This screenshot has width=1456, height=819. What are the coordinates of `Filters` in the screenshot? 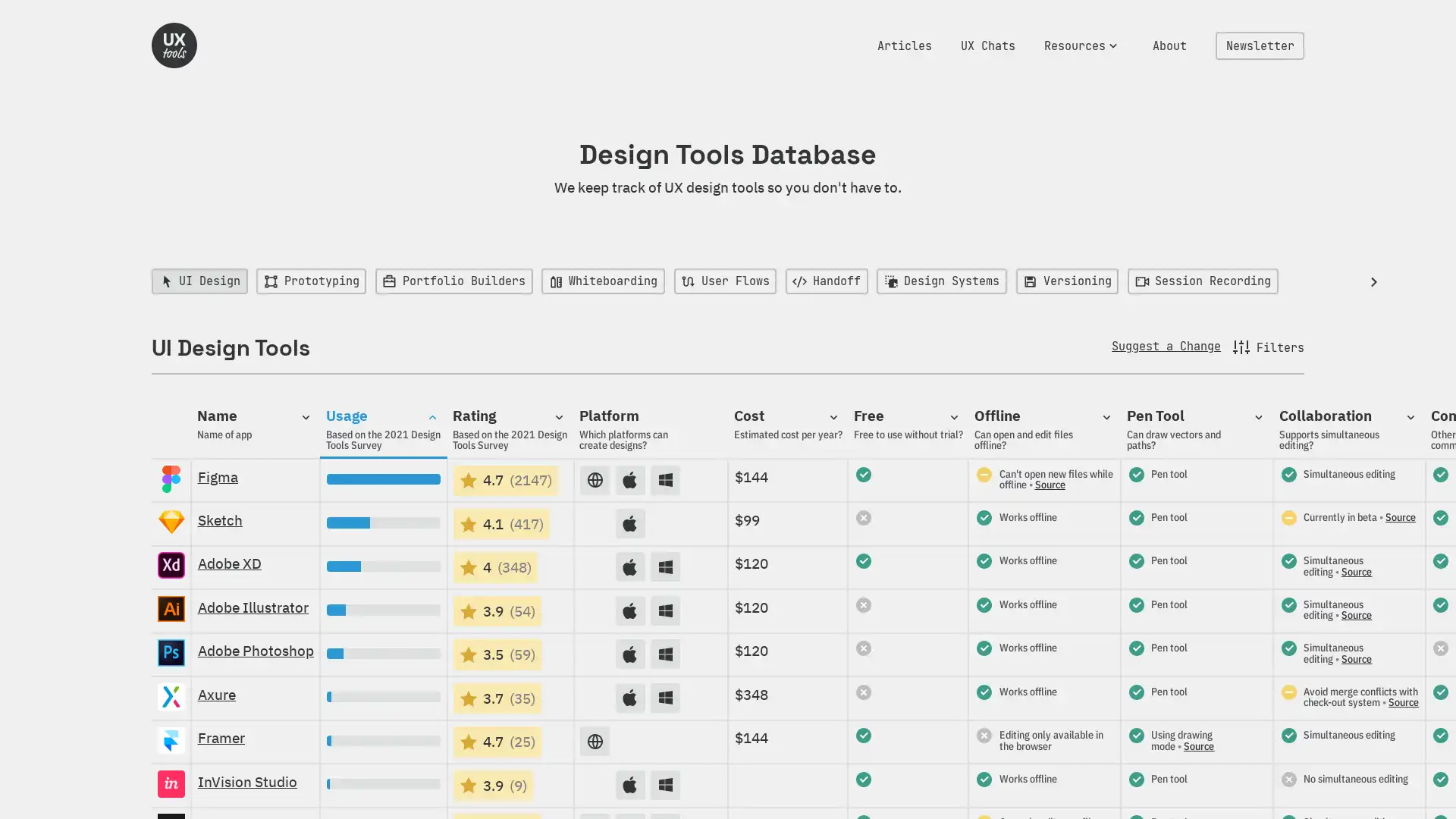 It's located at (1268, 347).